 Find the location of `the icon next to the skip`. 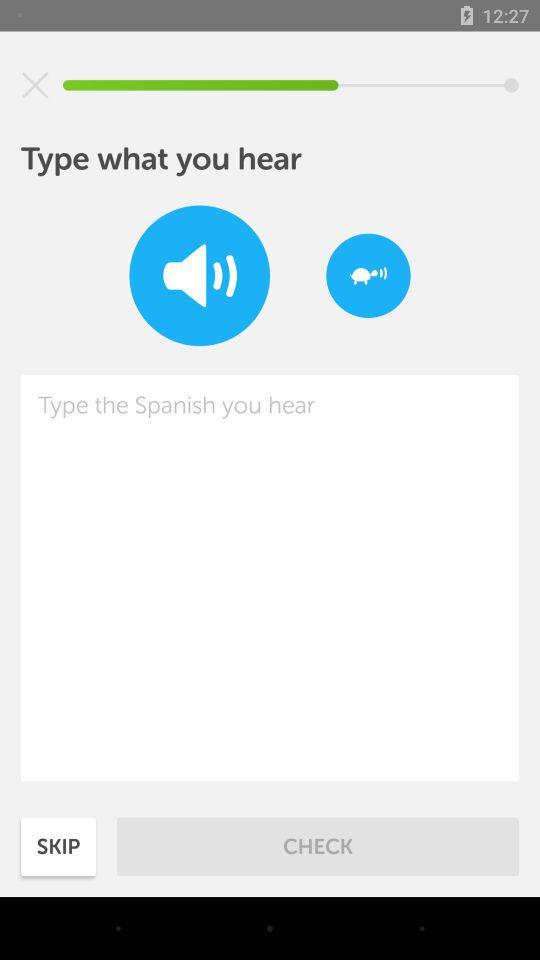

the icon next to the skip is located at coordinates (318, 845).